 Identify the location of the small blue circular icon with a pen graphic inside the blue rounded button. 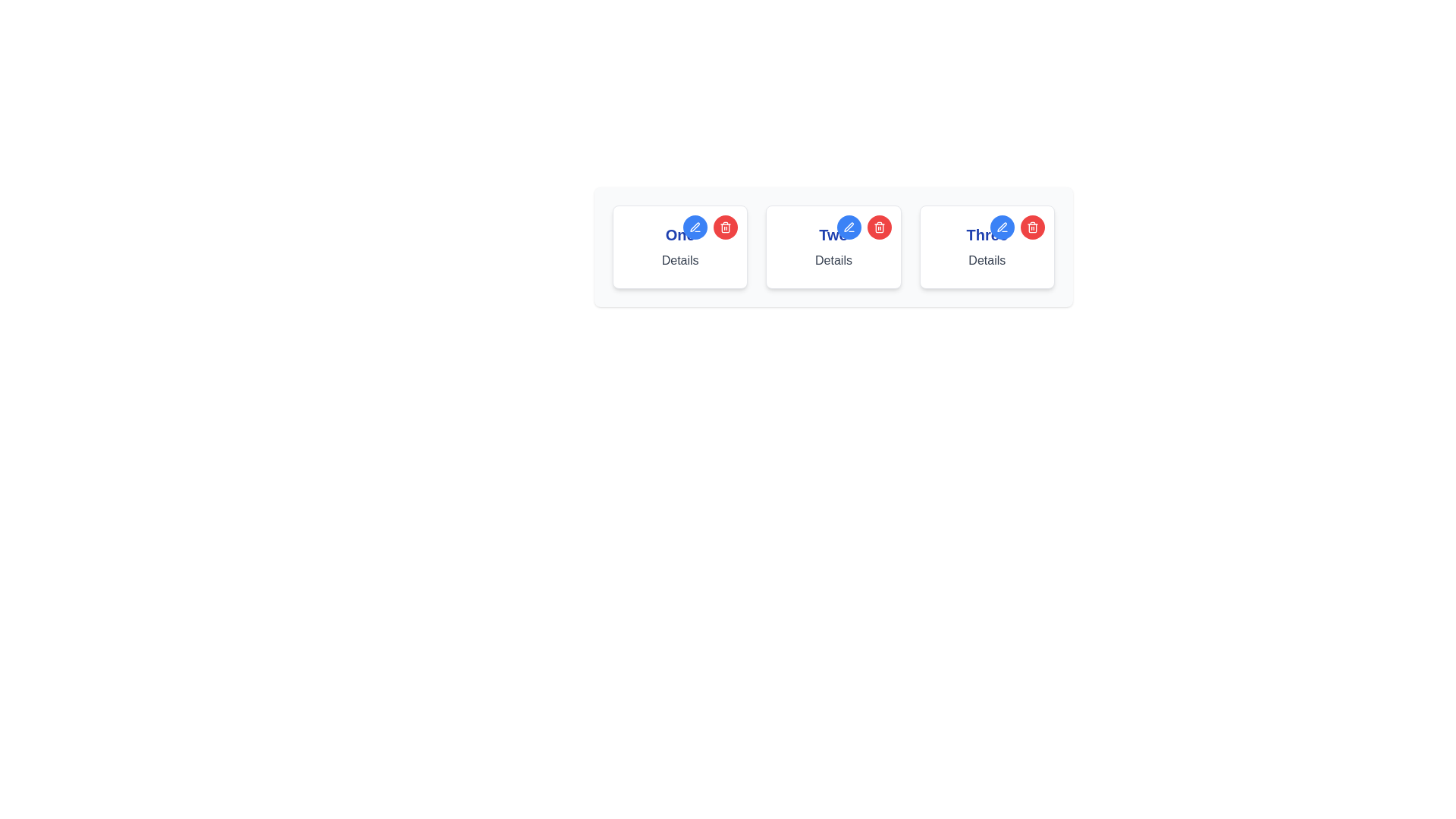
(1002, 227).